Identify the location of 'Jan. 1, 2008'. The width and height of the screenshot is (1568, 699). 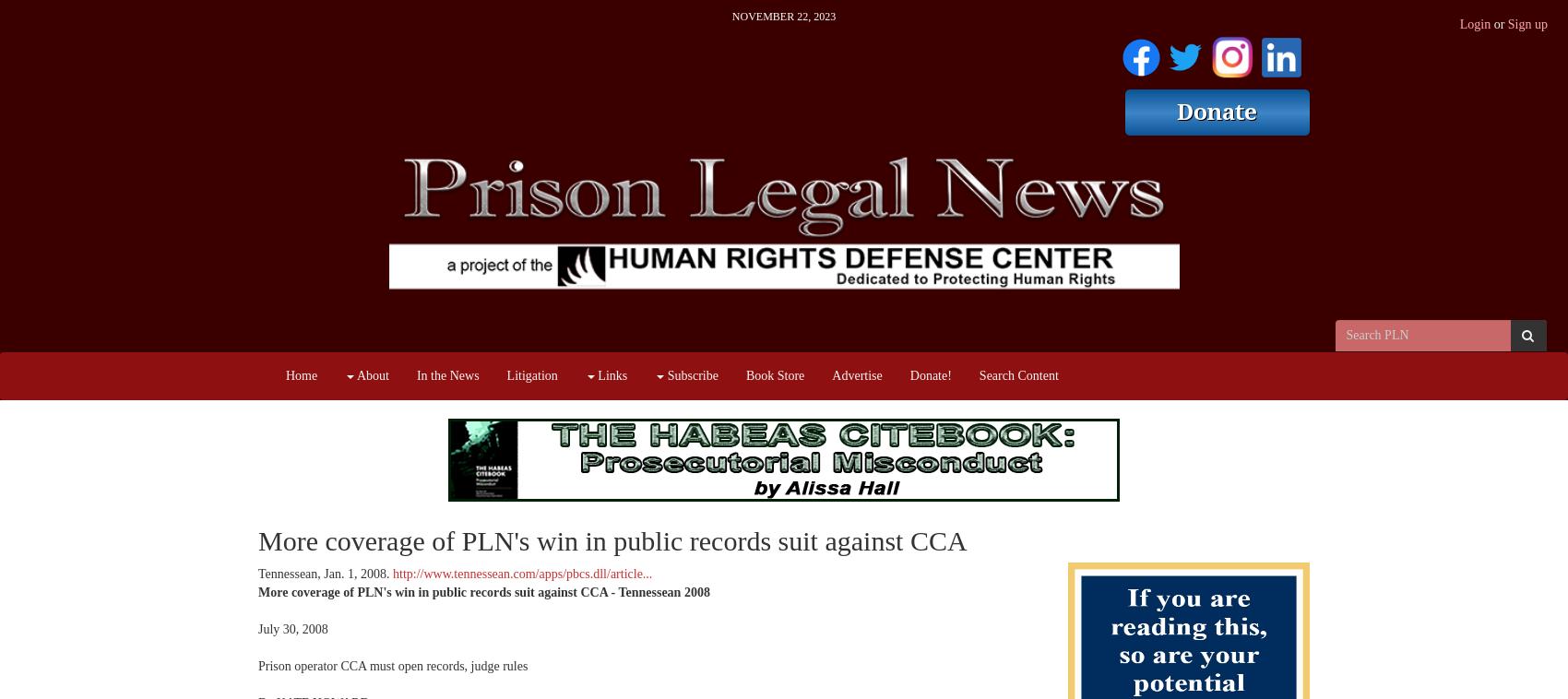
(354, 574).